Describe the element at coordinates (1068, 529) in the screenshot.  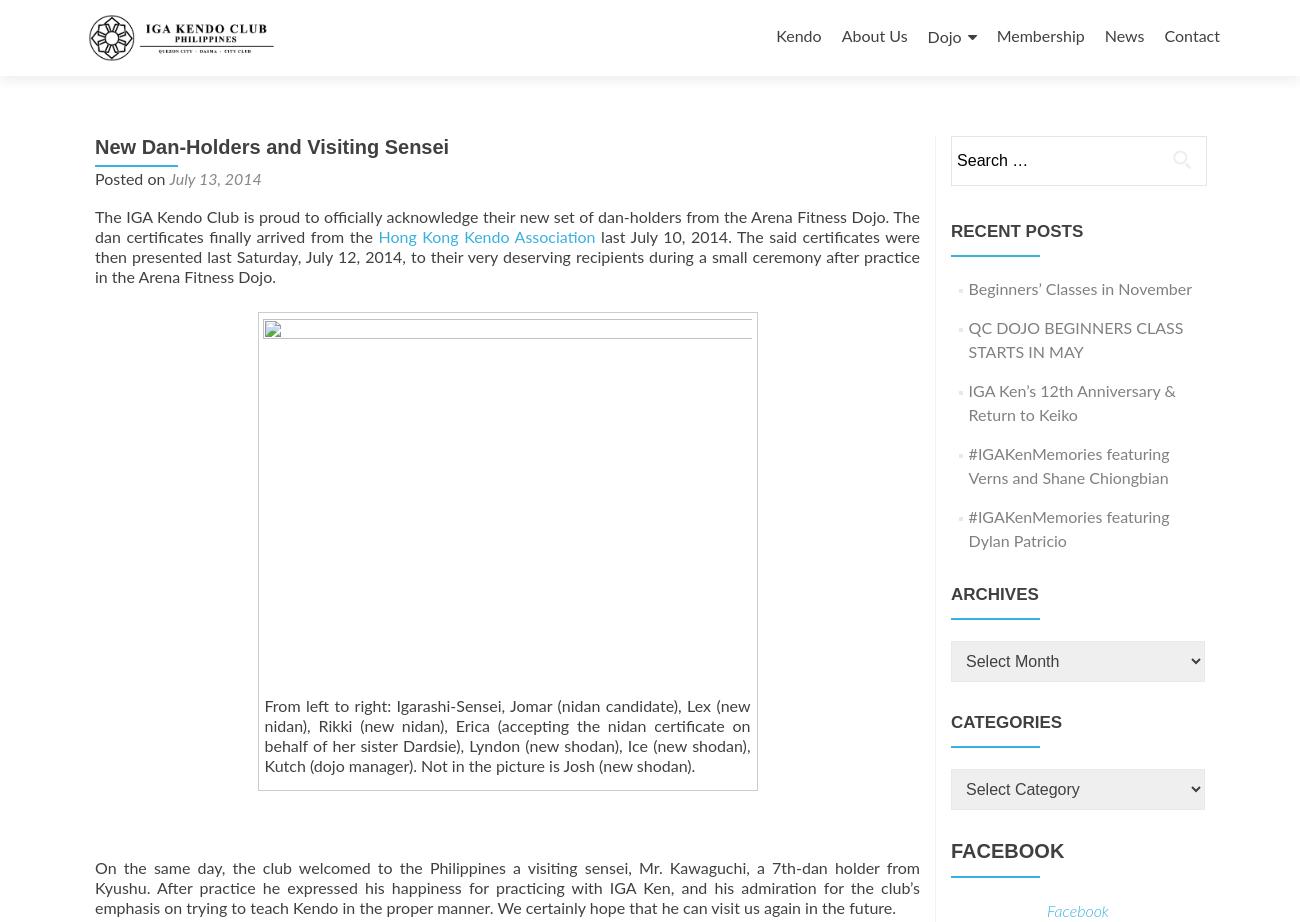
I see `'#IGAKenMemories featuring Dylan Patricio'` at that location.